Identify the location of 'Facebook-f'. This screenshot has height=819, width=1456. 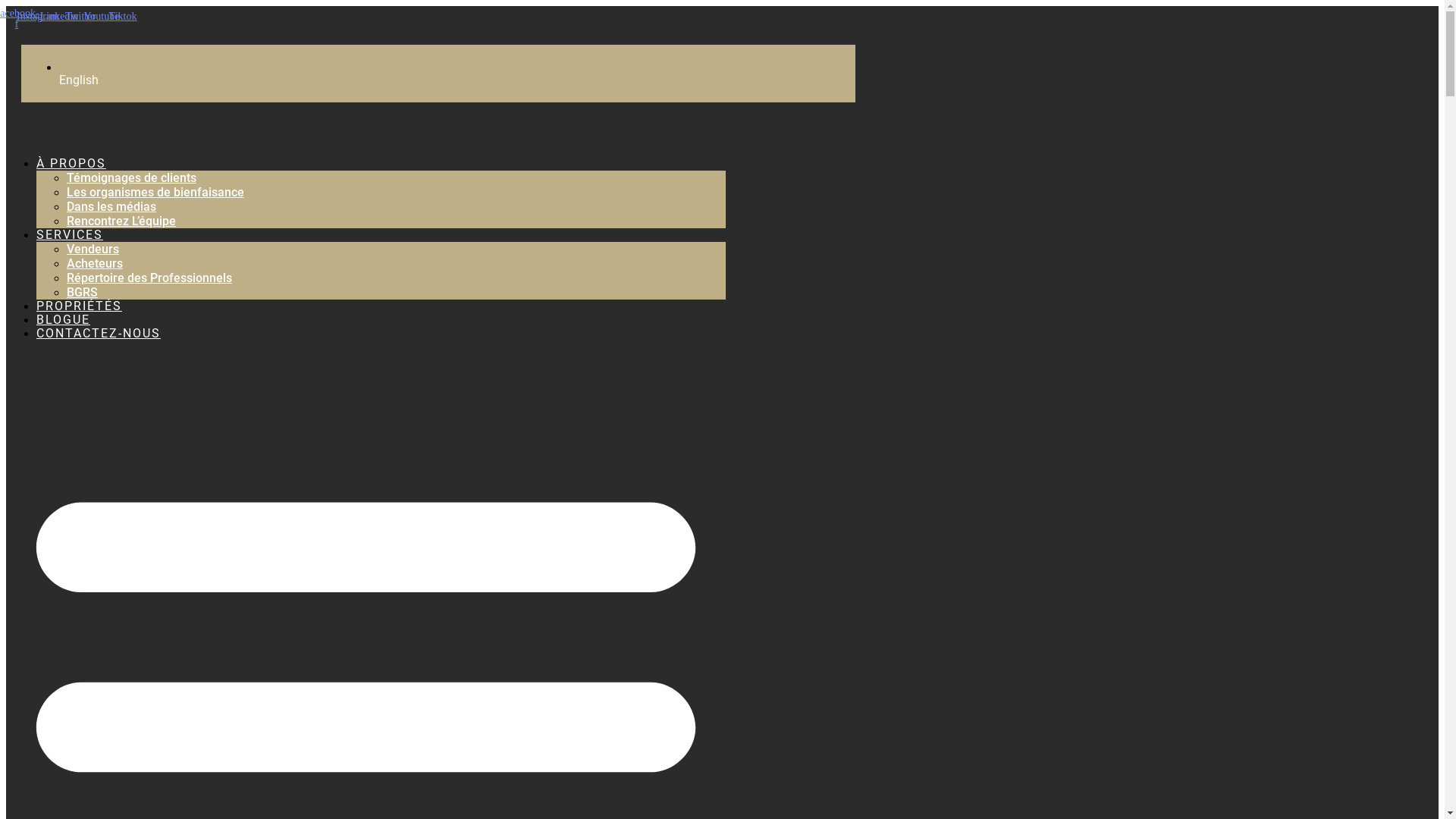
(17, 18).